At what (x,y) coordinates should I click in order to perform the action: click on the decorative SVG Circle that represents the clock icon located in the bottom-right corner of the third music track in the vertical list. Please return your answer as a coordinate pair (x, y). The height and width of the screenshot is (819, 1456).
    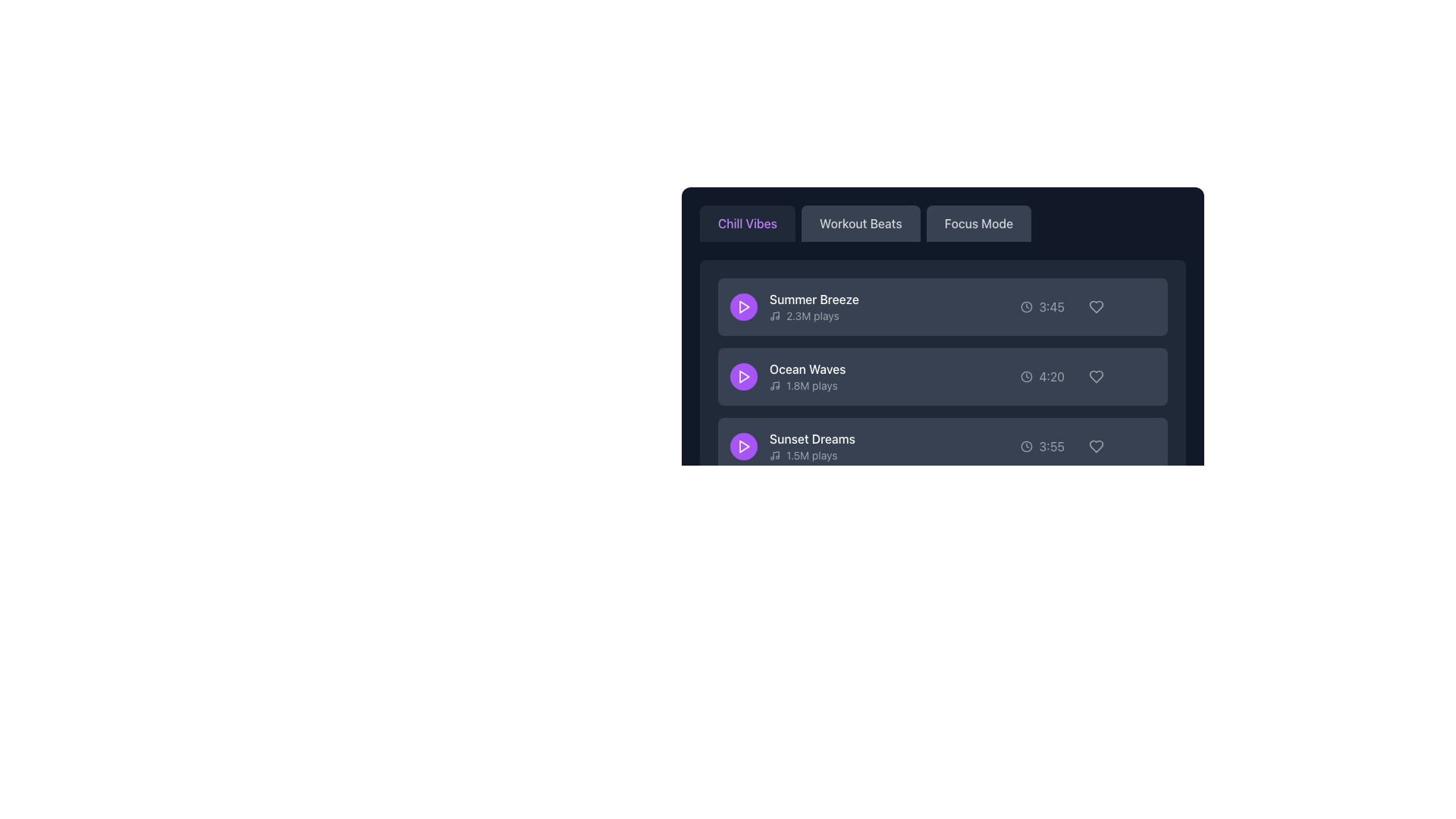
    Looking at the image, I should click on (1027, 446).